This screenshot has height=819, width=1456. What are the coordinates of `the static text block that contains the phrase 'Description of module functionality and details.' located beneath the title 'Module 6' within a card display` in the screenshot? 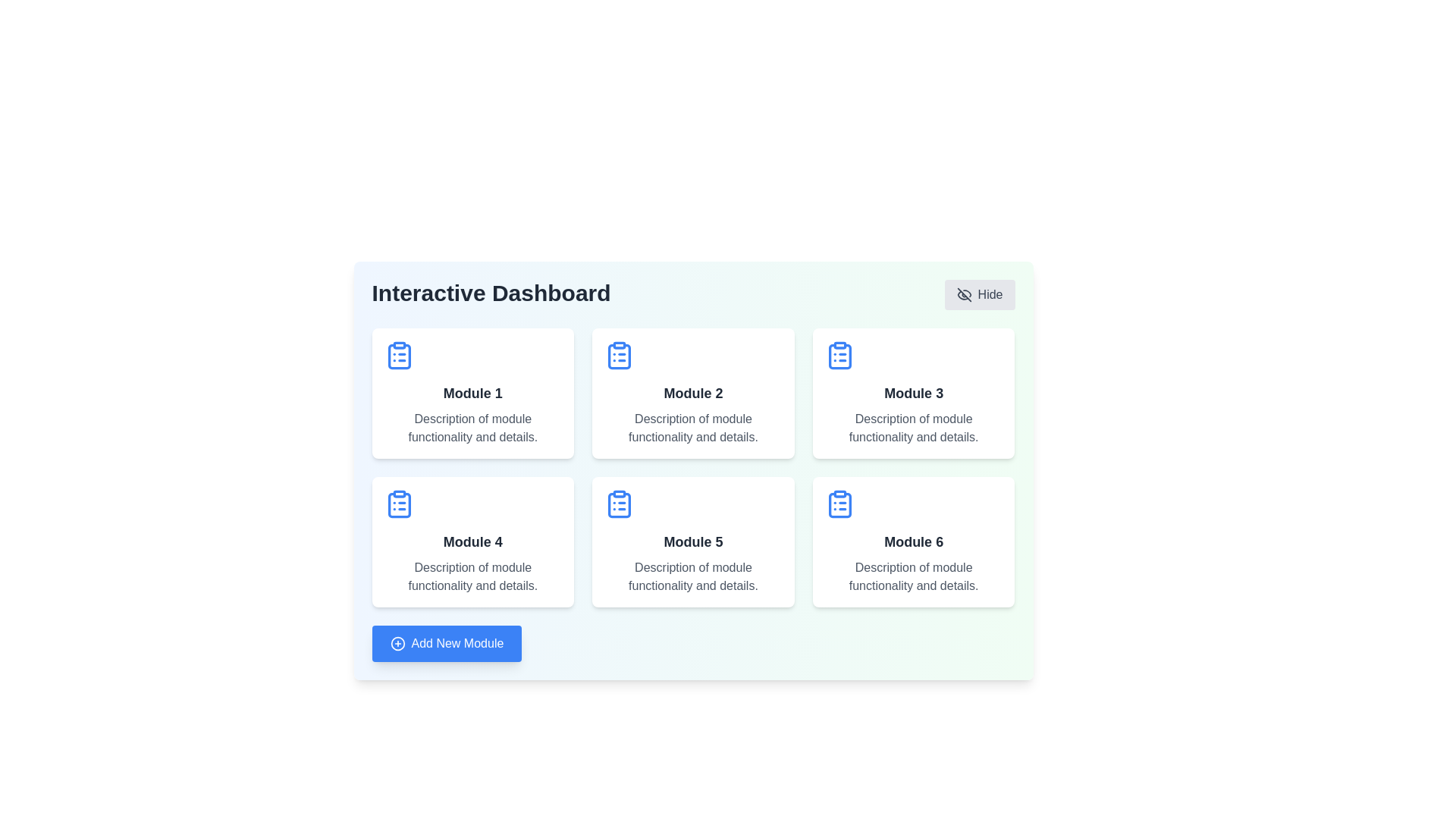 It's located at (913, 576).